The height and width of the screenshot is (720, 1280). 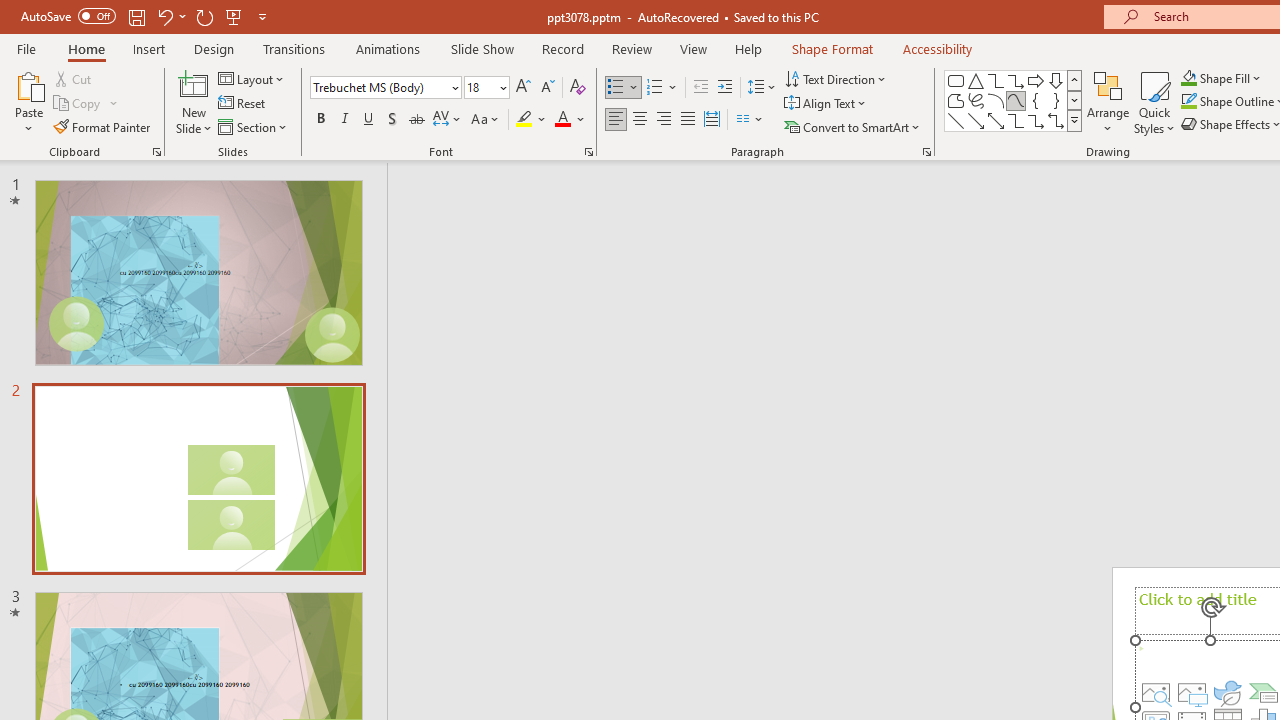 What do you see at coordinates (1055, 120) in the screenshot?
I see `'Connector: Elbow Double-Arrow'` at bounding box center [1055, 120].